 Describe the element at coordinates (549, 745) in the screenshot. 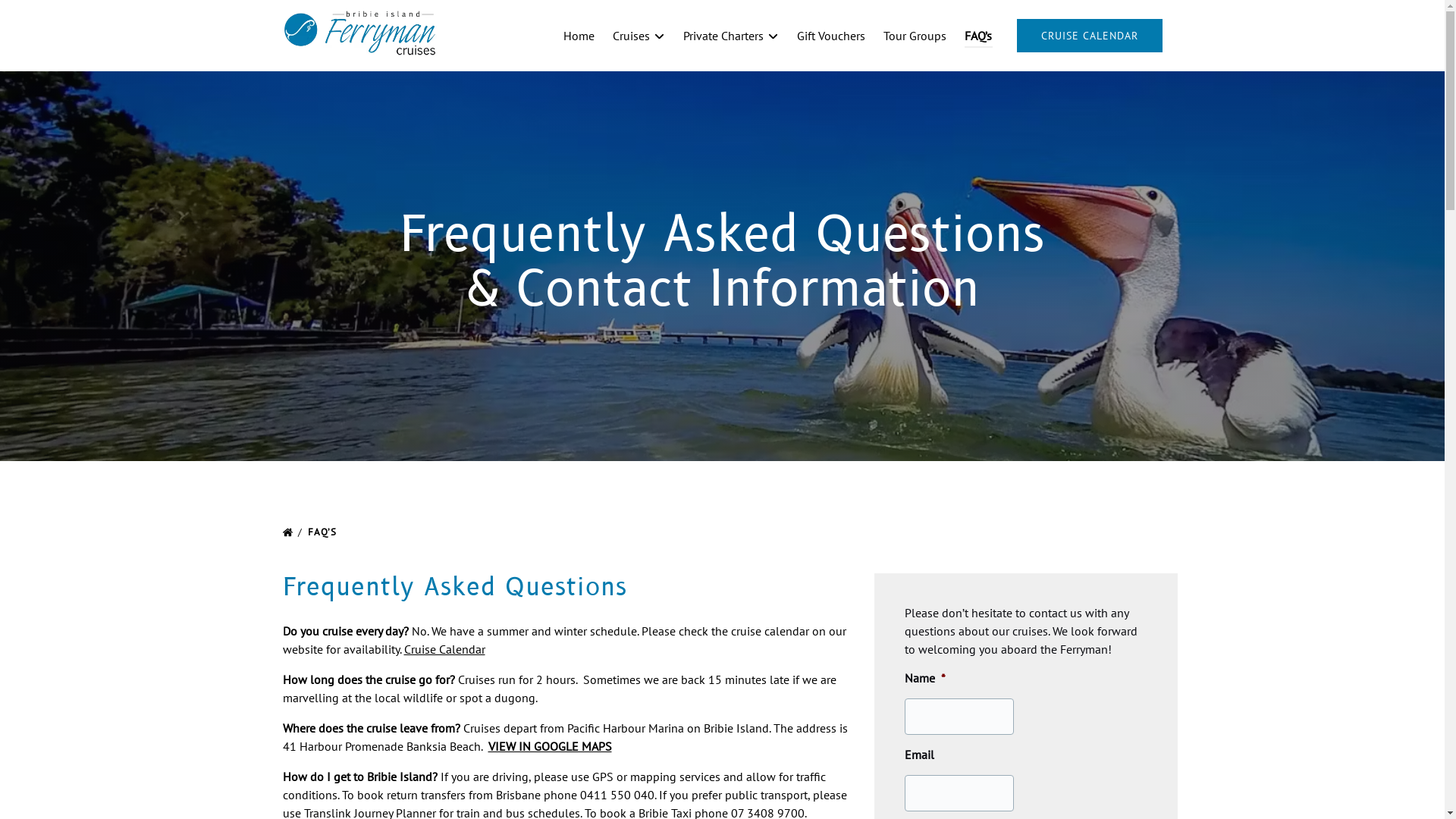

I see `'VIEW IN GOOGLE MAPS'` at that location.